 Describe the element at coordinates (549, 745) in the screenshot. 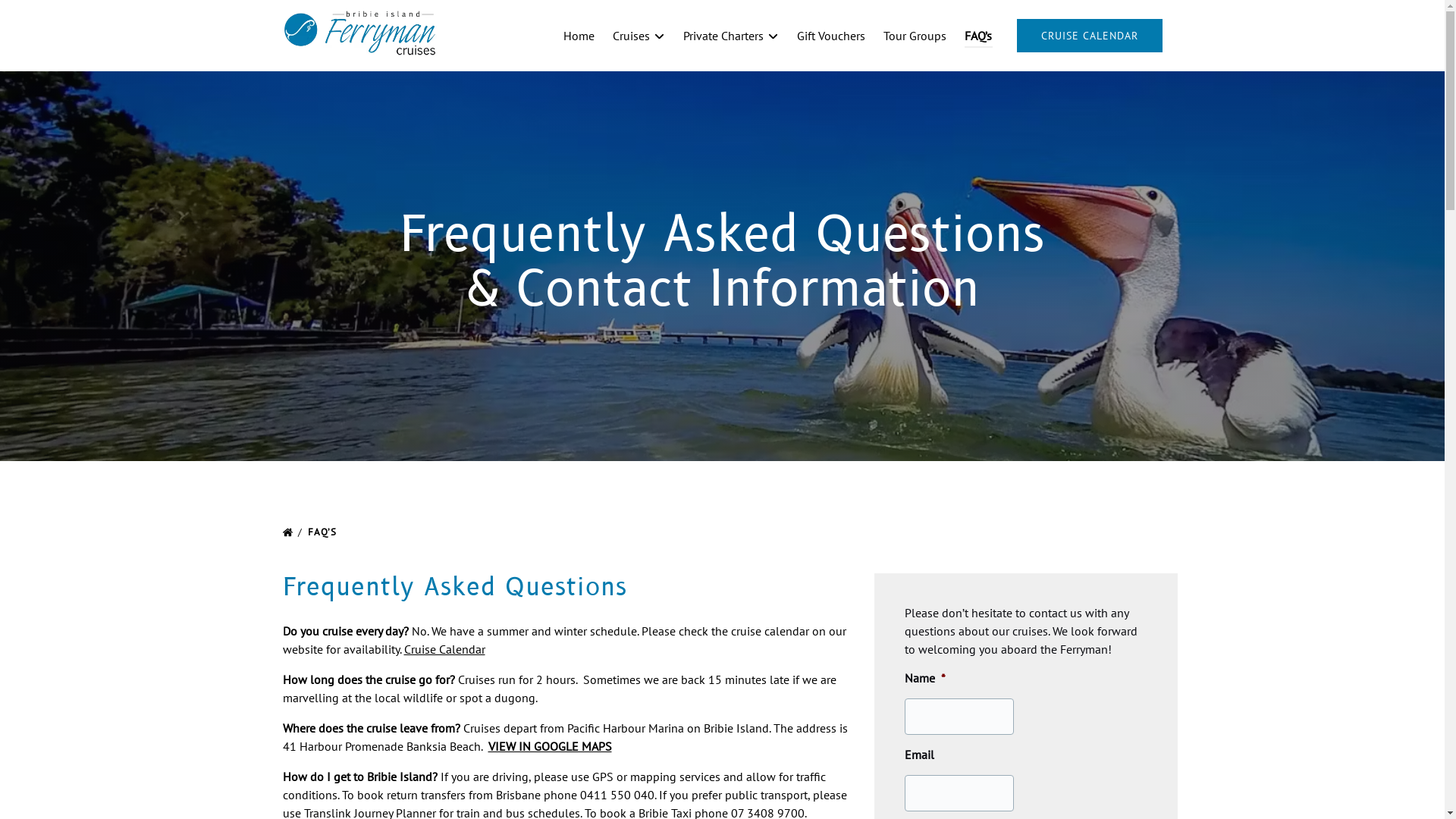

I see `'VIEW IN GOOGLE MAPS'` at that location.